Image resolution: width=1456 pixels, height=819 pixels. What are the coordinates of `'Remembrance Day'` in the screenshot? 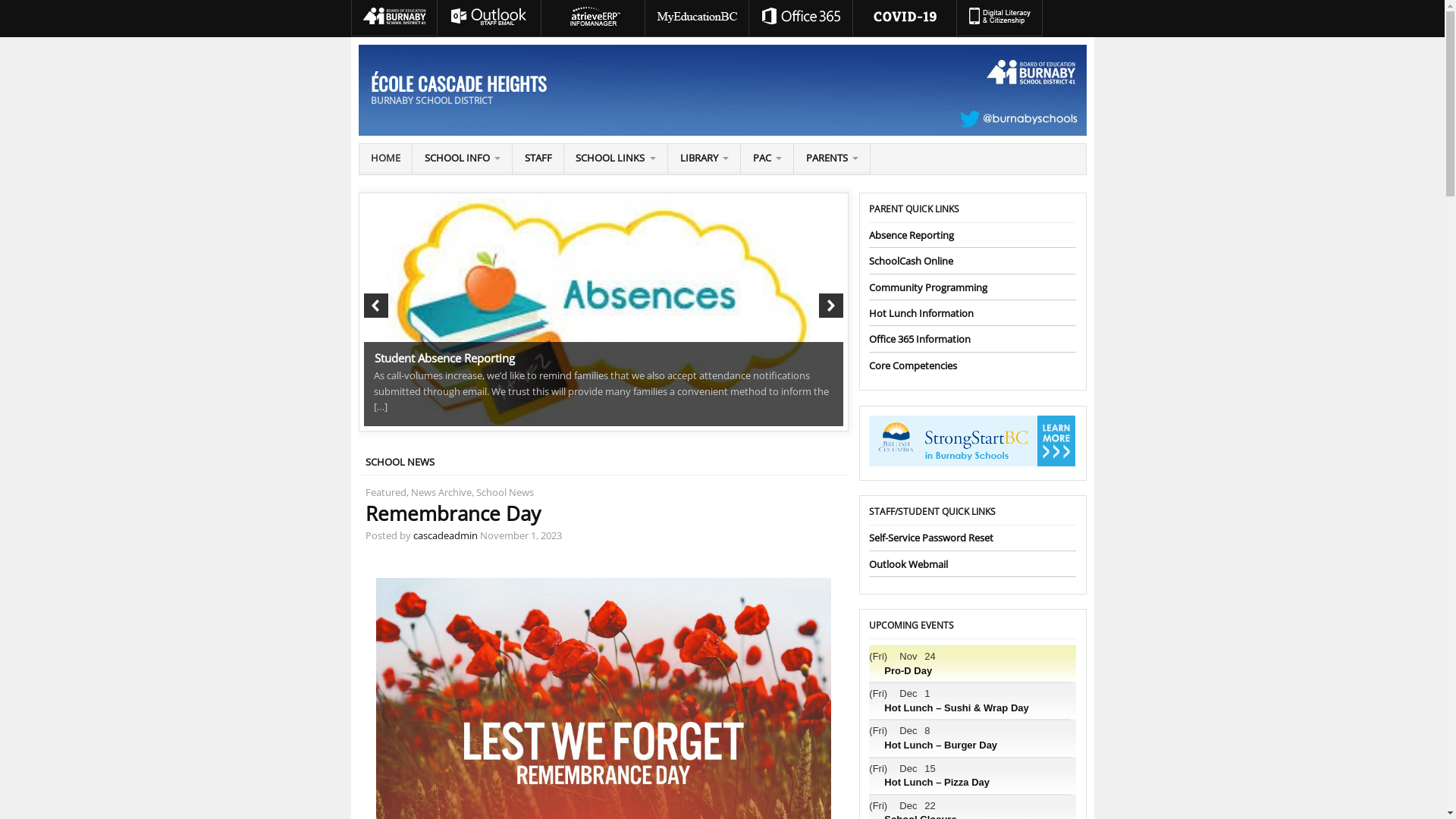 It's located at (452, 513).